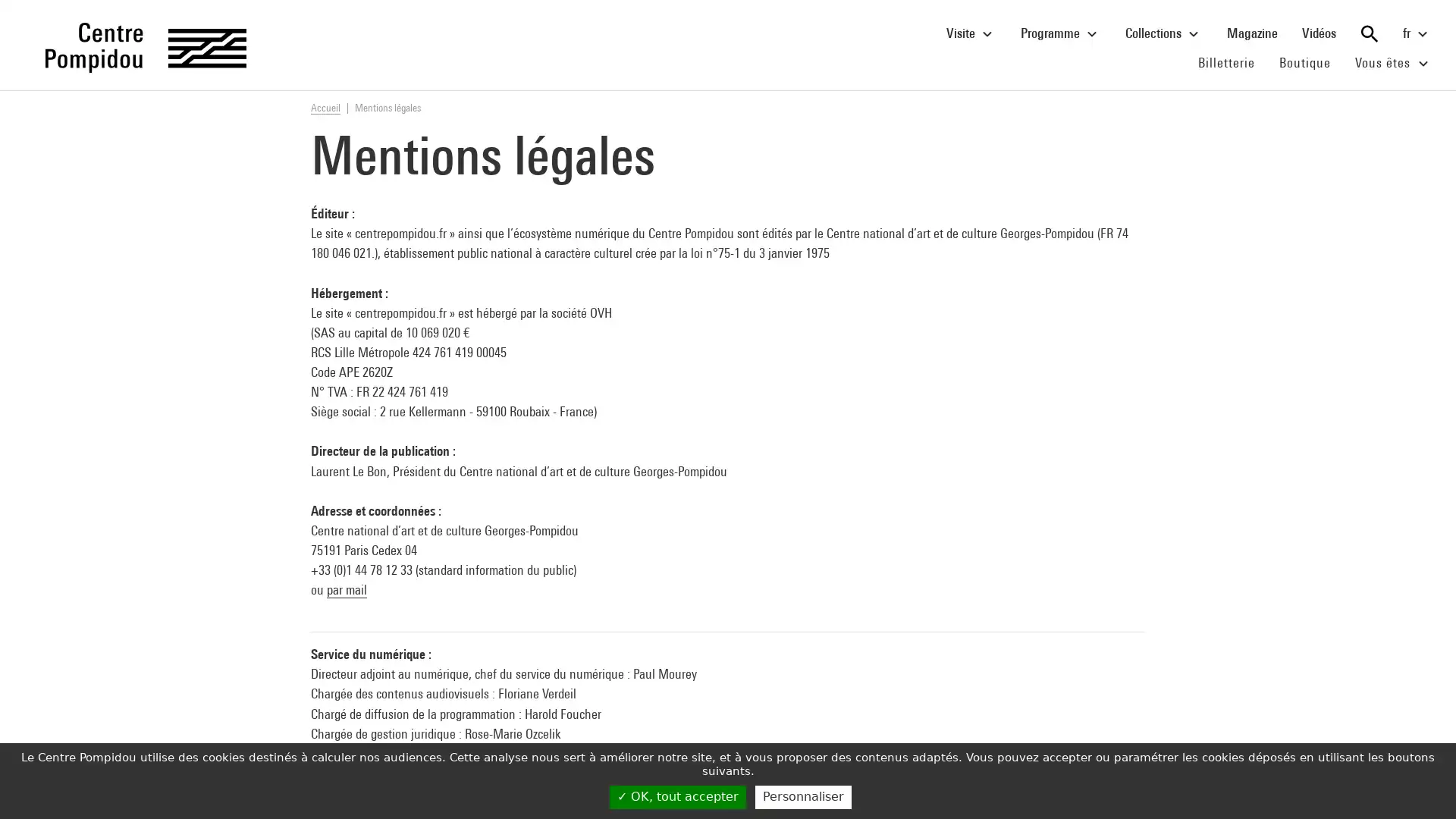  Describe the element at coordinates (676, 796) in the screenshot. I see `OK, tout accepter` at that location.